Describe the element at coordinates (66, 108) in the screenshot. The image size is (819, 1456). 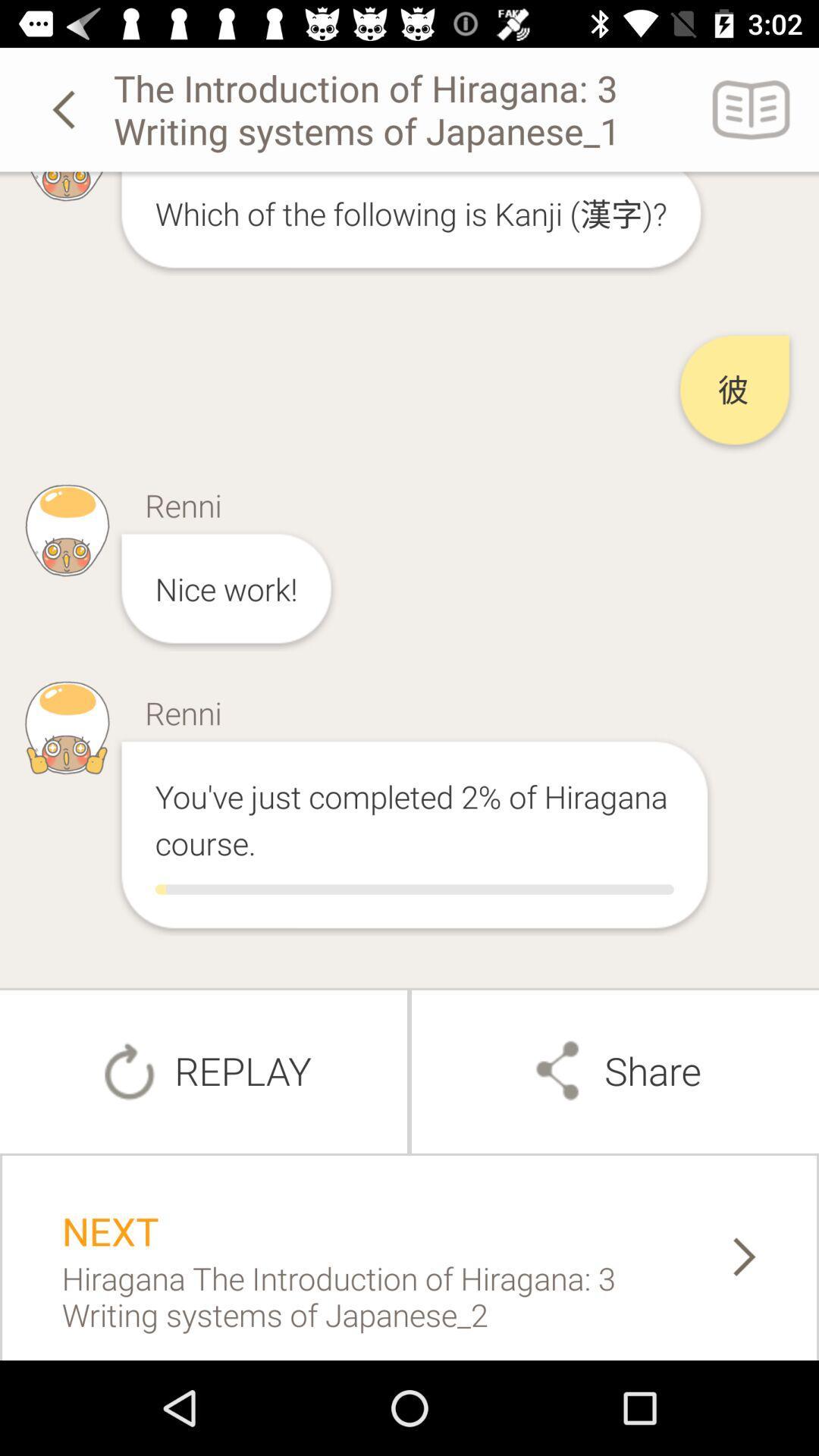
I see `the arrow_backward icon` at that location.